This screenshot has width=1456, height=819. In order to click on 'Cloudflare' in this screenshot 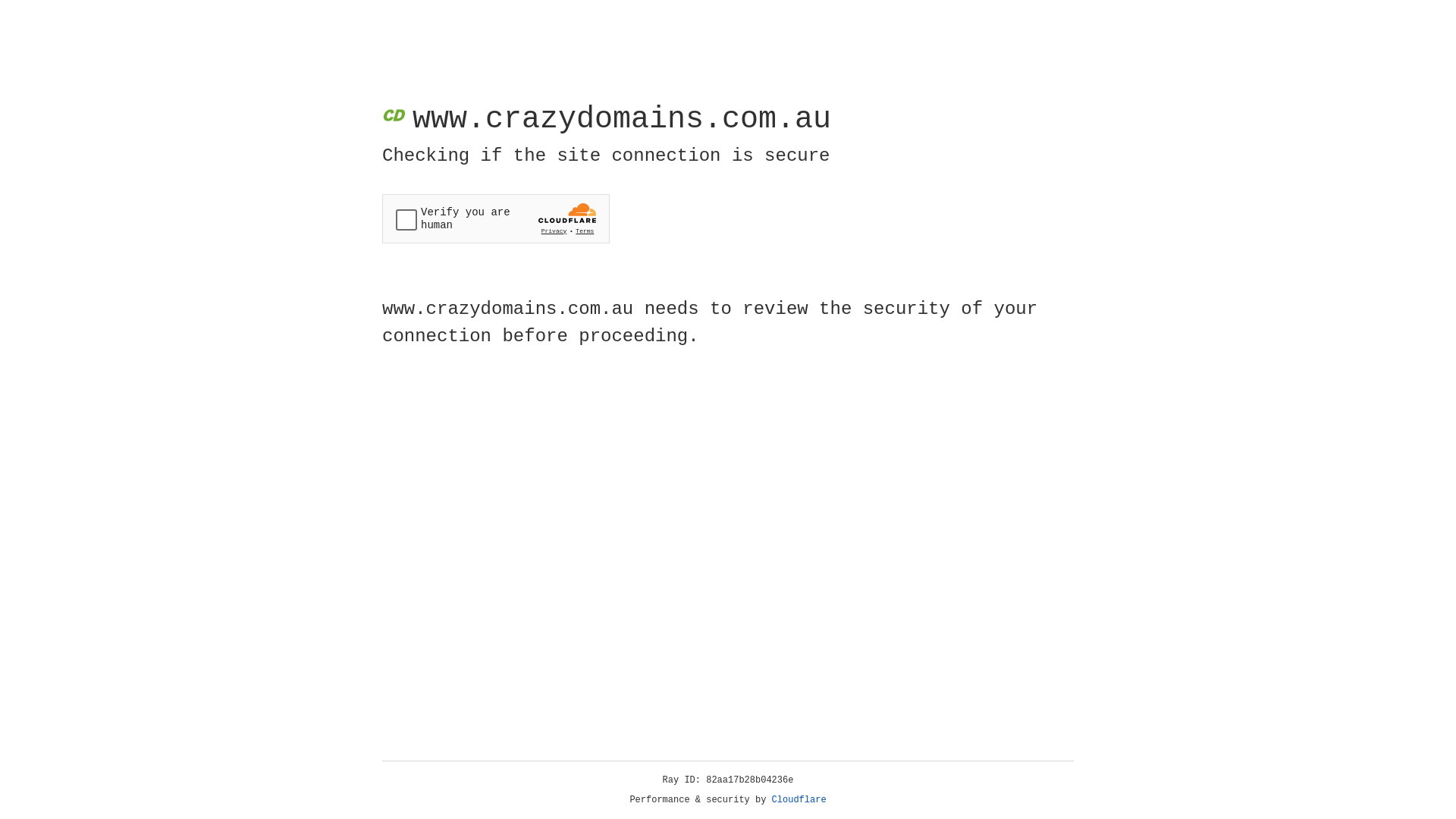, I will do `click(771, 799)`.